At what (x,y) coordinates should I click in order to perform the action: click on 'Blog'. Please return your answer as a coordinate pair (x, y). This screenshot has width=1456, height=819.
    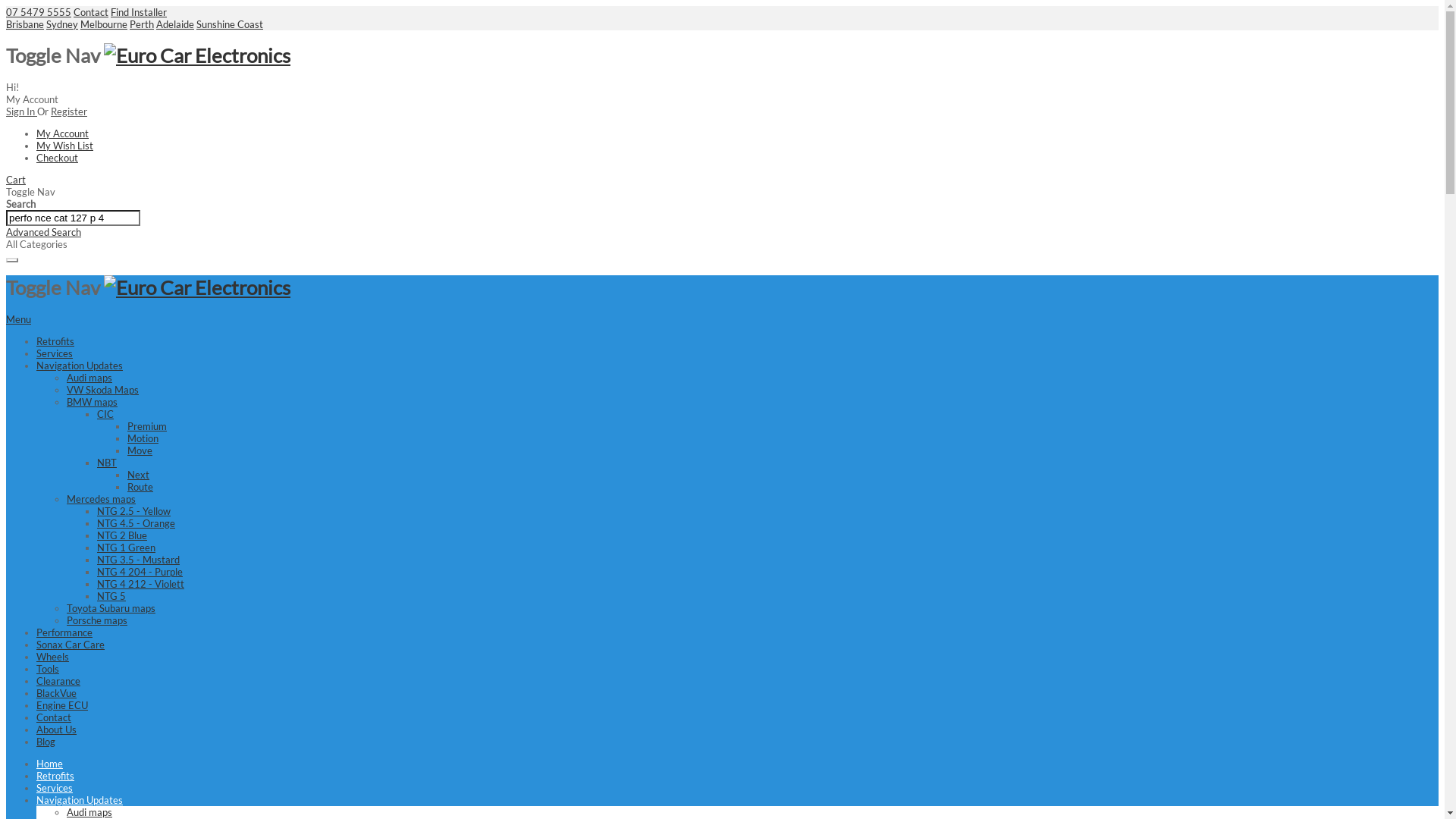
    Looking at the image, I should click on (36, 741).